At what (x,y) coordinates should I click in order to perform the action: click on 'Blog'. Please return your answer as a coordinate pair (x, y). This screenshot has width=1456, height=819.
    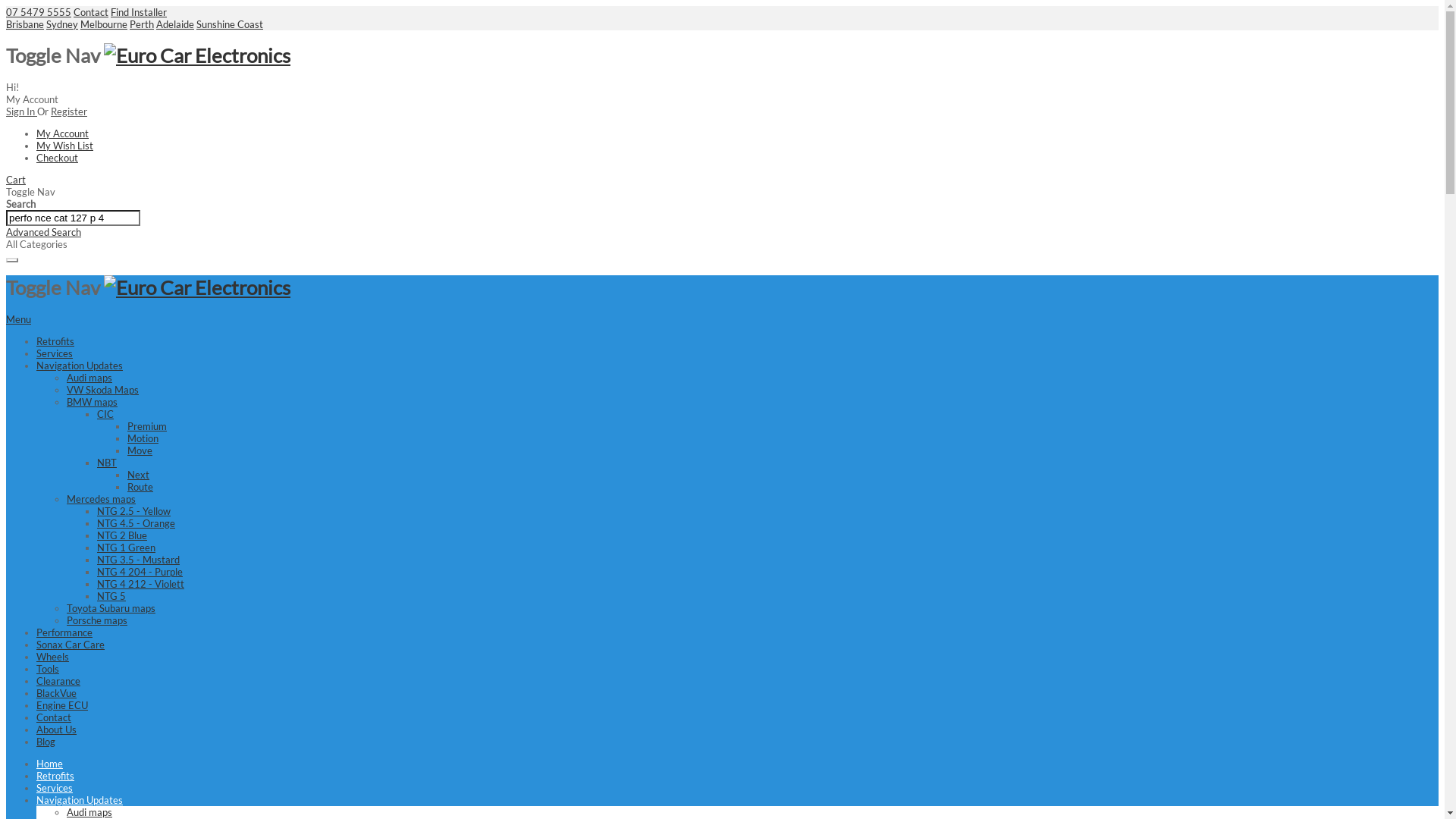
    Looking at the image, I should click on (36, 741).